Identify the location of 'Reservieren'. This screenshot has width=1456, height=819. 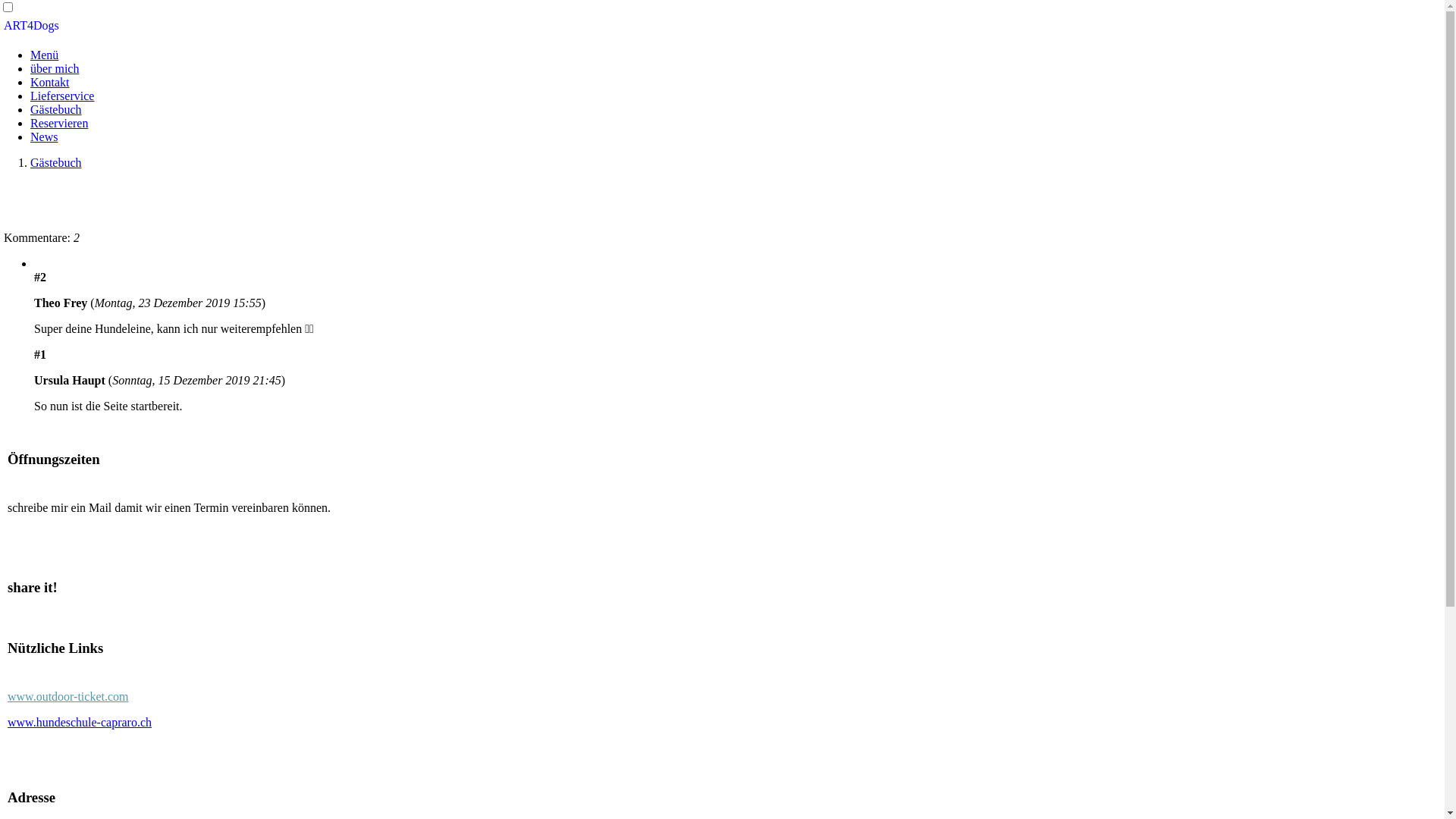
(58, 122).